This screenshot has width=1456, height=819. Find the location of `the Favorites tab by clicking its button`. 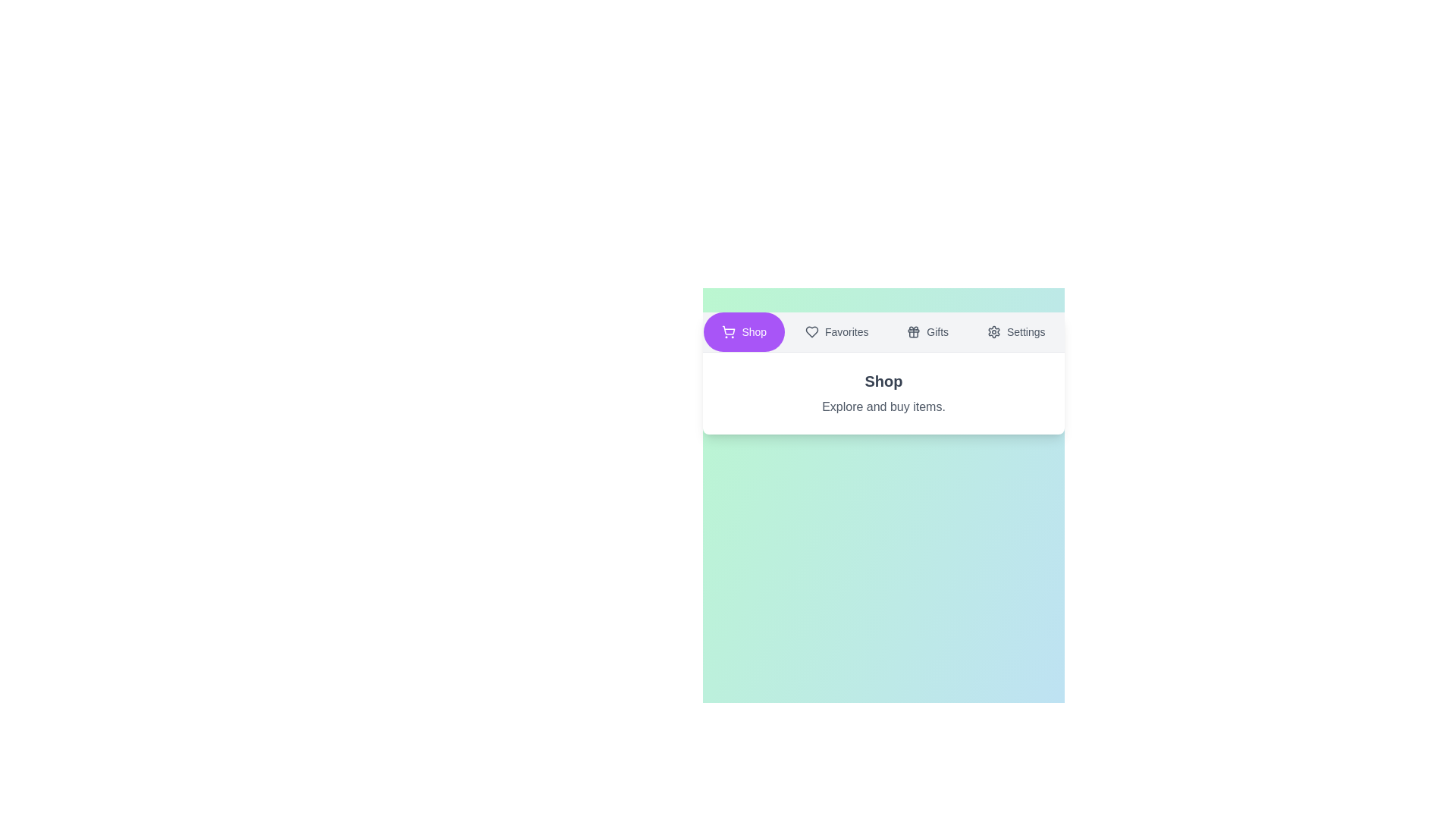

the Favorites tab by clicking its button is located at coordinates (836, 331).